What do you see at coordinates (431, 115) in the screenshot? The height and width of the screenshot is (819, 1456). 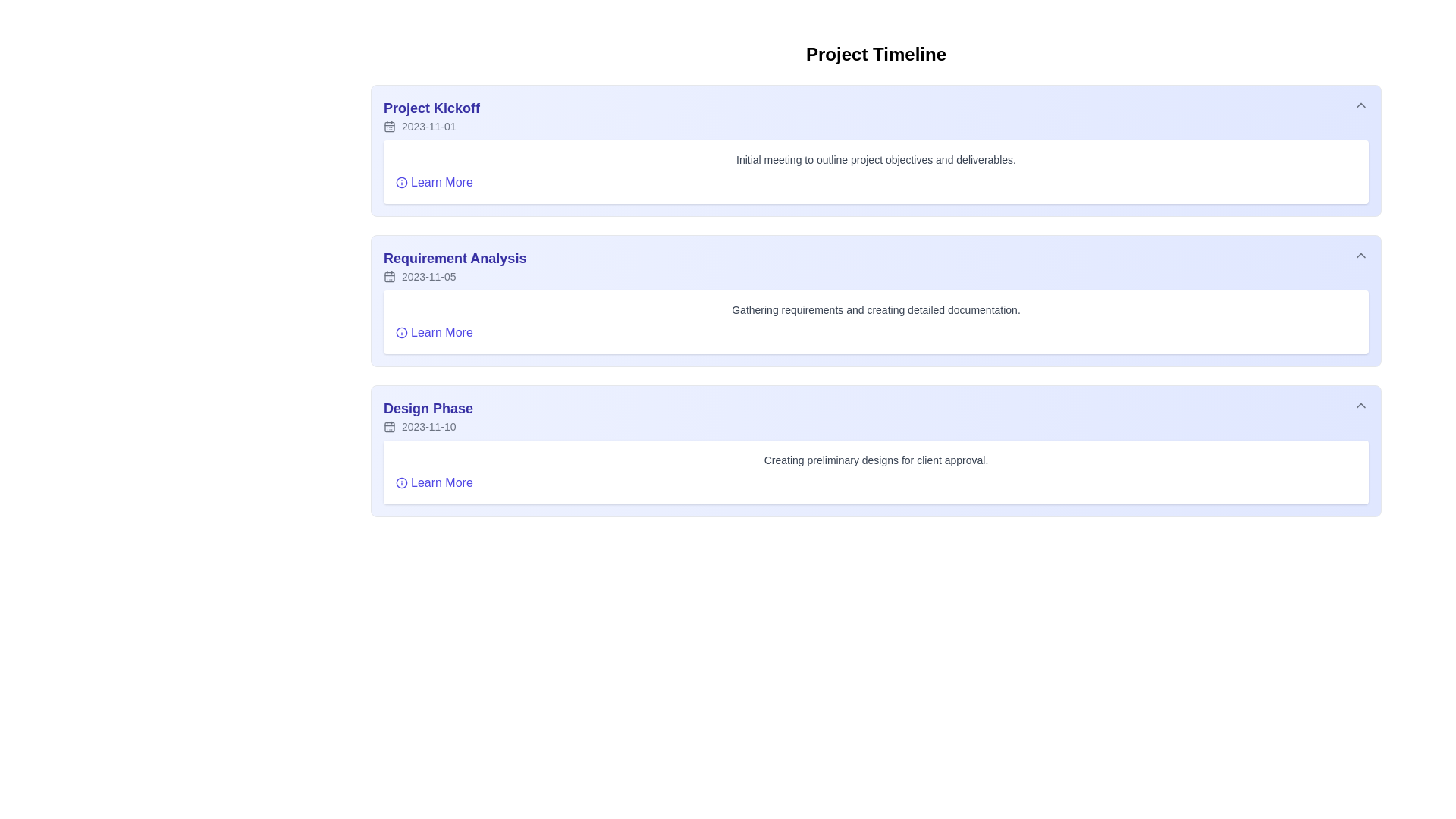 I see `information contained in the label indicating the title and date of the significant event 'Project Kickoff' scheduled on 2023-11-01, located in the topmost block of the section` at bounding box center [431, 115].